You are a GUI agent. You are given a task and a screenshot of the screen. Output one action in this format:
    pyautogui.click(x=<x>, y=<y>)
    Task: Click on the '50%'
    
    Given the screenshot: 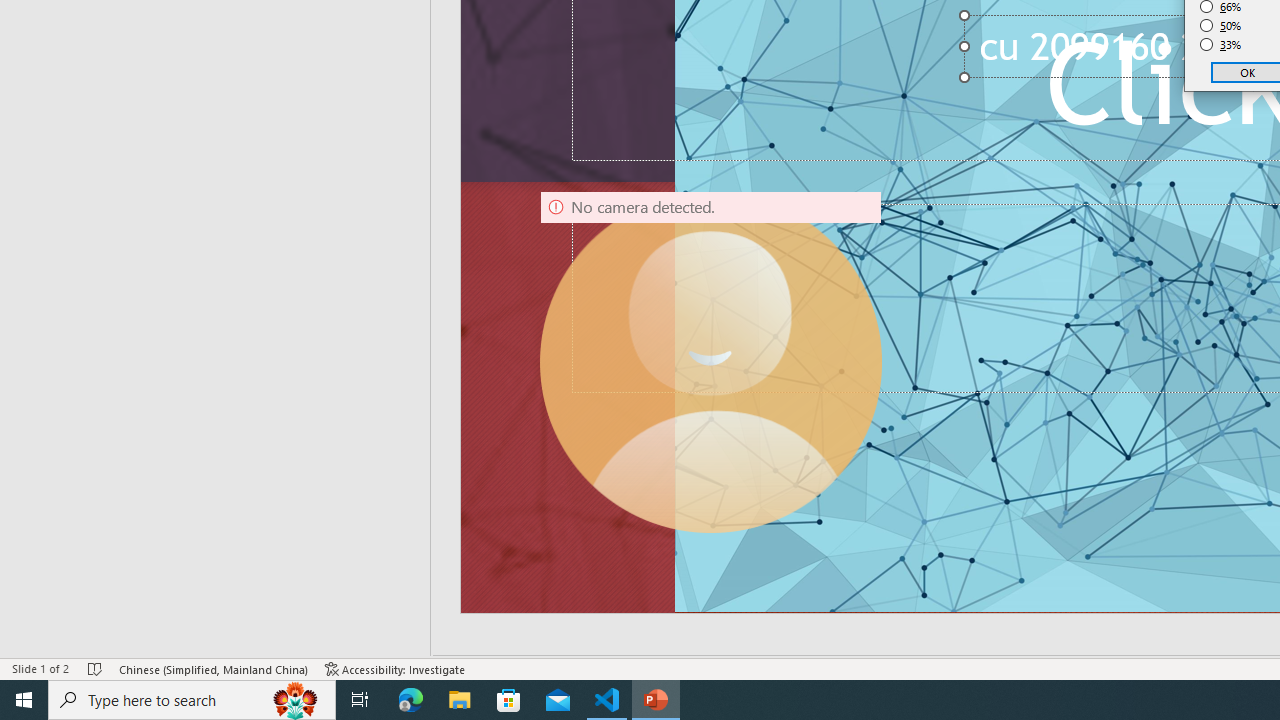 What is the action you would take?
    pyautogui.click(x=1220, y=25)
    